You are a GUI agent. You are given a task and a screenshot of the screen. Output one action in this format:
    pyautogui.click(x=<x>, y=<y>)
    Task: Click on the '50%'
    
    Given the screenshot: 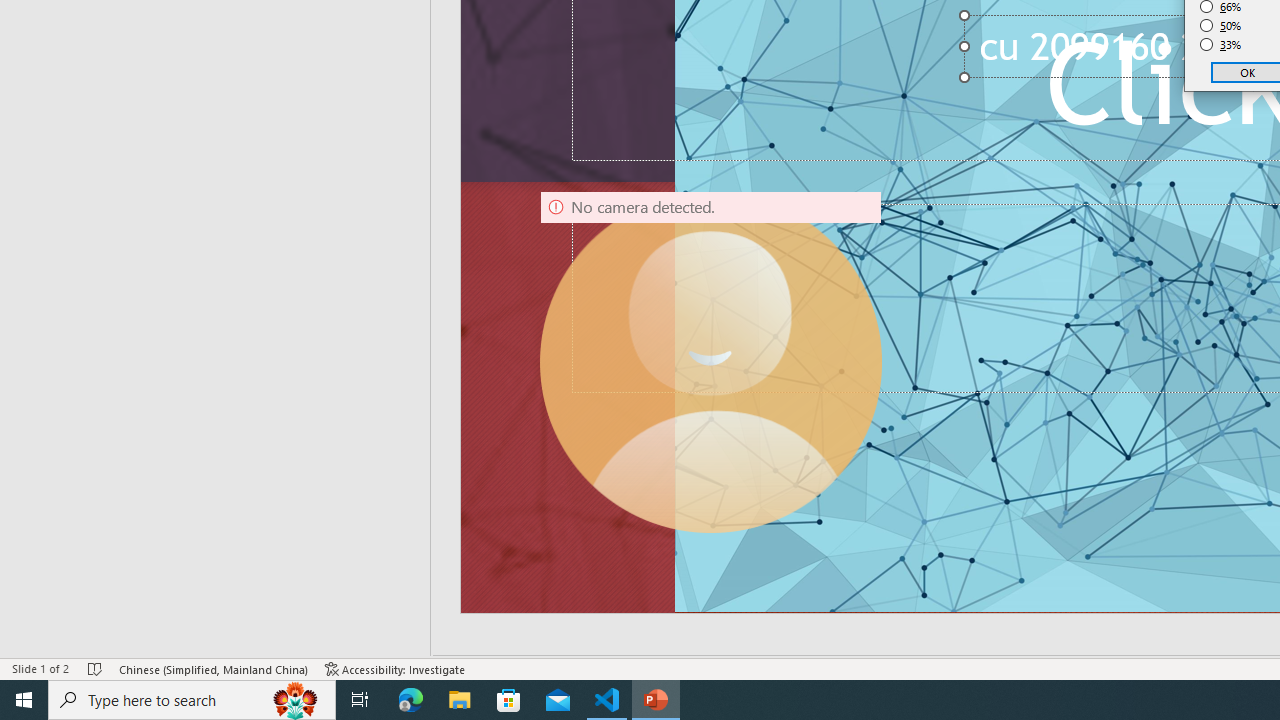 What is the action you would take?
    pyautogui.click(x=1220, y=25)
    